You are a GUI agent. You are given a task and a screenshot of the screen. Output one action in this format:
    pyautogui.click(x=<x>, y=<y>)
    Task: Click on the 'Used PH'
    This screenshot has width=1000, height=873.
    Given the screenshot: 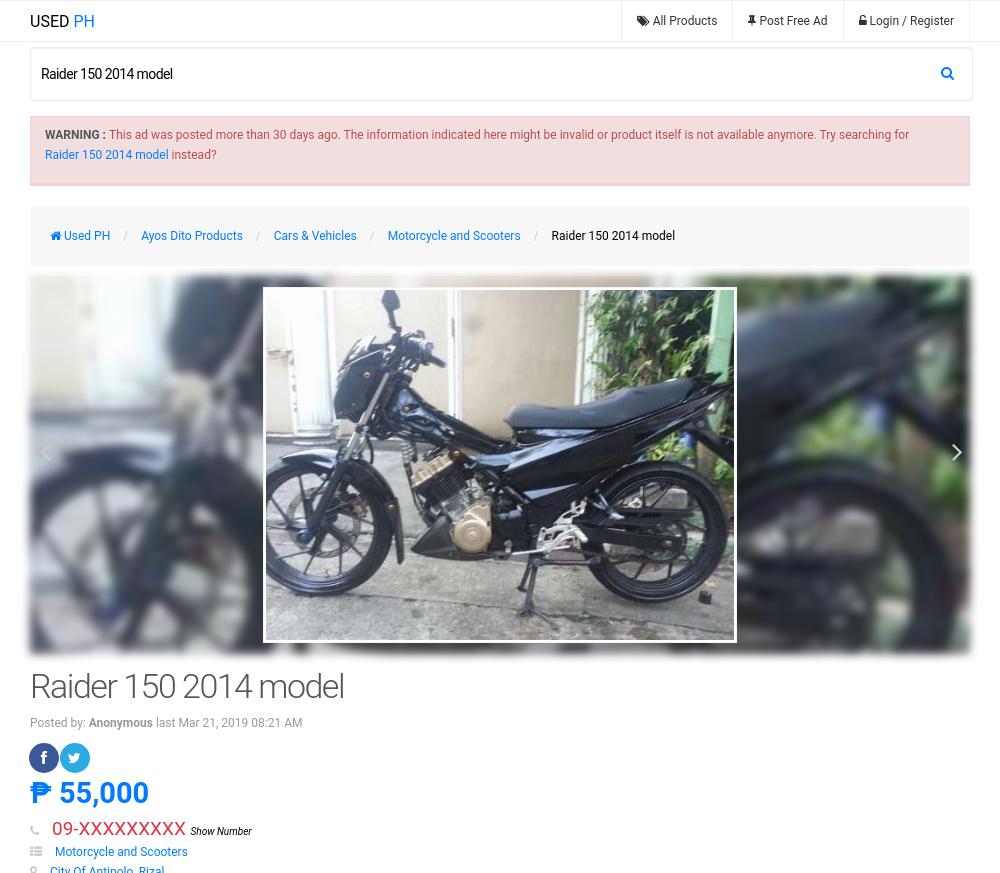 What is the action you would take?
    pyautogui.click(x=62, y=234)
    